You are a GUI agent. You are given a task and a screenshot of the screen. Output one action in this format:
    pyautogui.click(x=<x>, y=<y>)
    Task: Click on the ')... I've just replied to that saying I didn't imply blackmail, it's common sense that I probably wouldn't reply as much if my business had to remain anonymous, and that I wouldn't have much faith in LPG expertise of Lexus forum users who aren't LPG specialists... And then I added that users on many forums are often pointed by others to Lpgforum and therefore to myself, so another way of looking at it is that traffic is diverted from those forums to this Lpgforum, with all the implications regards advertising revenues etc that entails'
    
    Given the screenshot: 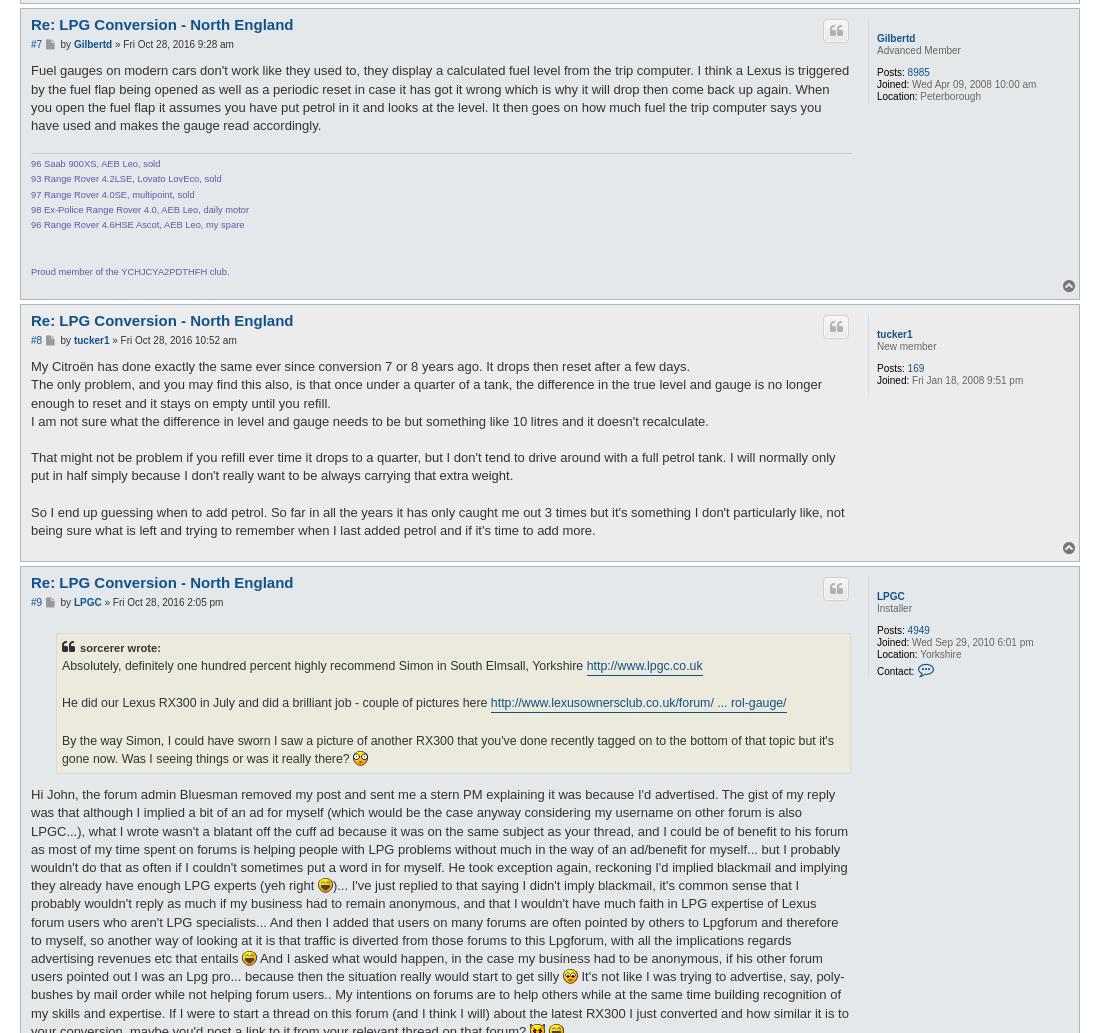 What is the action you would take?
    pyautogui.click(x=433, y=920)
    